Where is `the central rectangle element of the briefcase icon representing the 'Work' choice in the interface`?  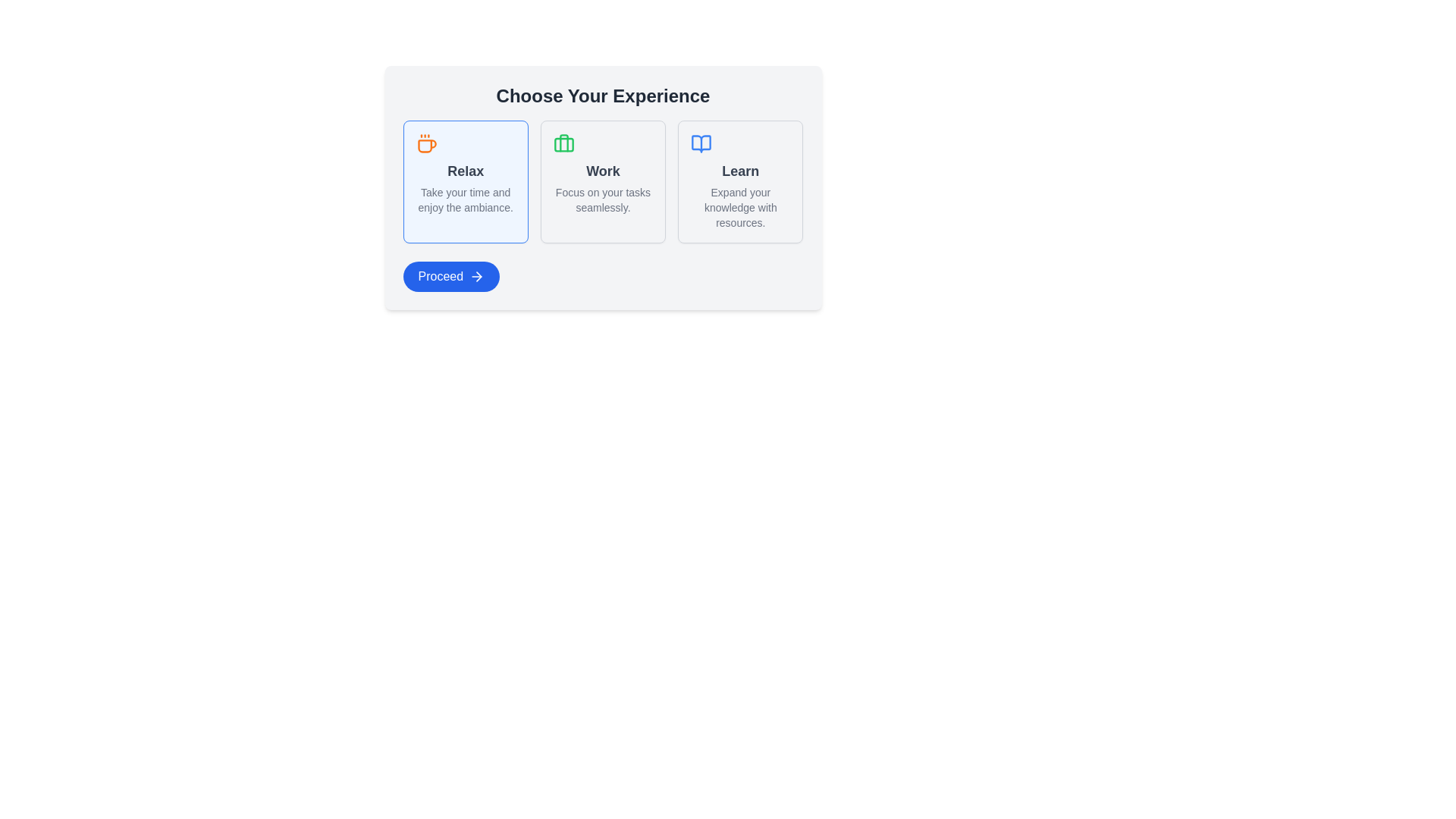 the central rectangle element of the briefcase icon representing the 'Work' choice in the interface is located at coordinates (563, 145).